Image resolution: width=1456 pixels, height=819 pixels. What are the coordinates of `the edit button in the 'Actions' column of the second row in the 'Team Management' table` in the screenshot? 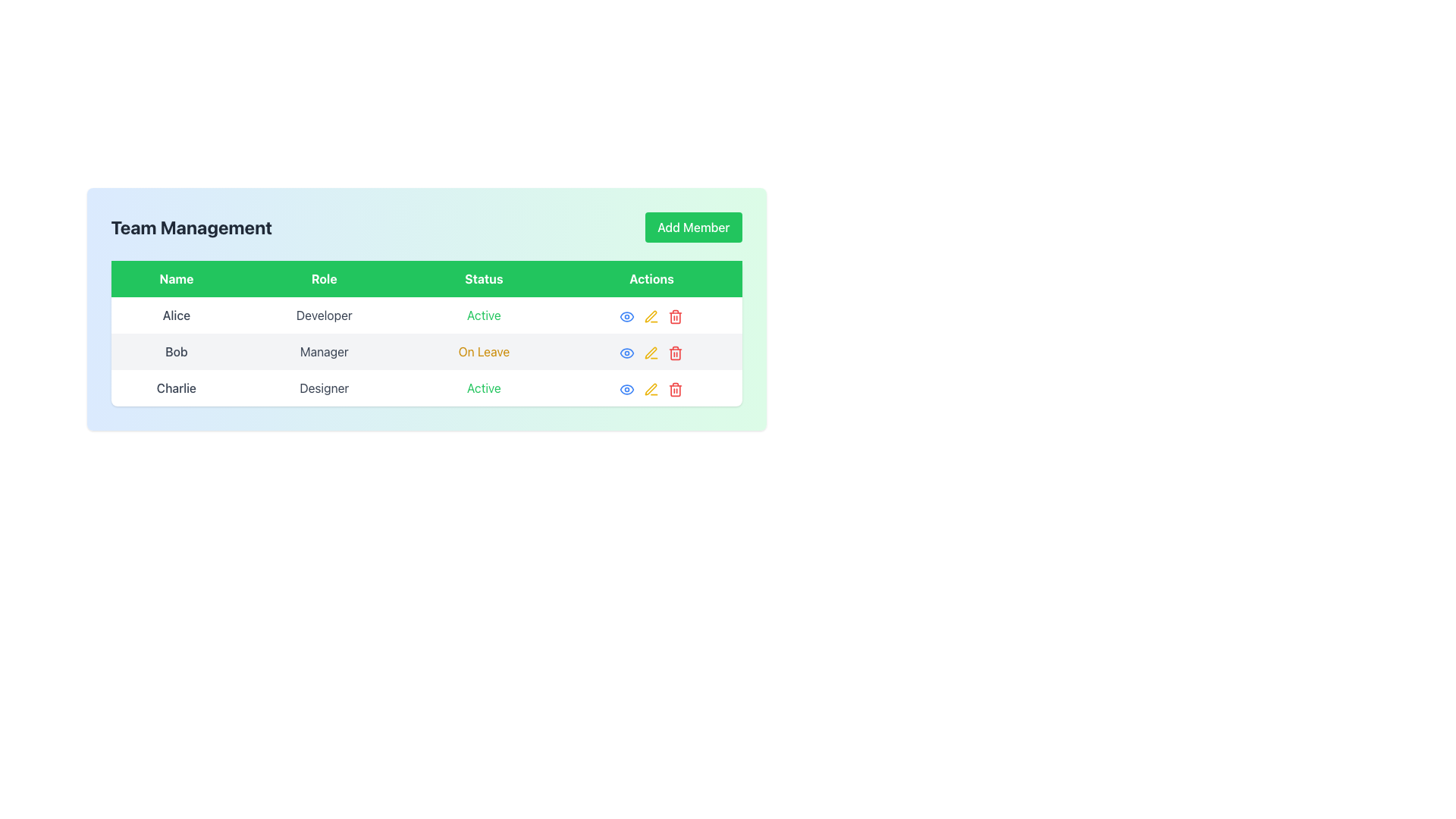 It's located at (651, 351).